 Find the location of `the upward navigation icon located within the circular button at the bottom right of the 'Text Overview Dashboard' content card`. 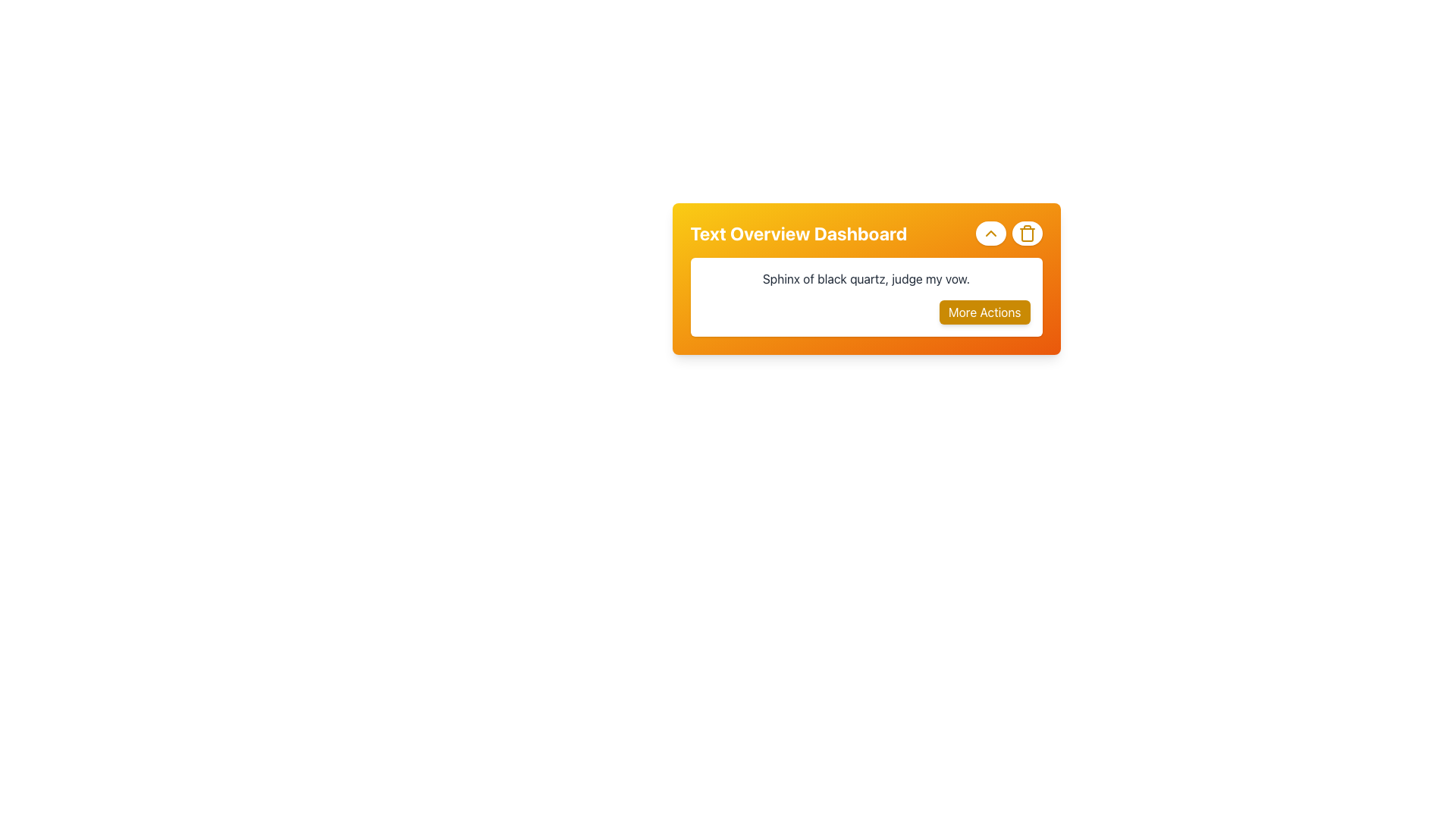

the upward navigation icon located within the circular button at the bottom right of the 'Text Overview Dashboard' content card is located at coordinates (990, 234).